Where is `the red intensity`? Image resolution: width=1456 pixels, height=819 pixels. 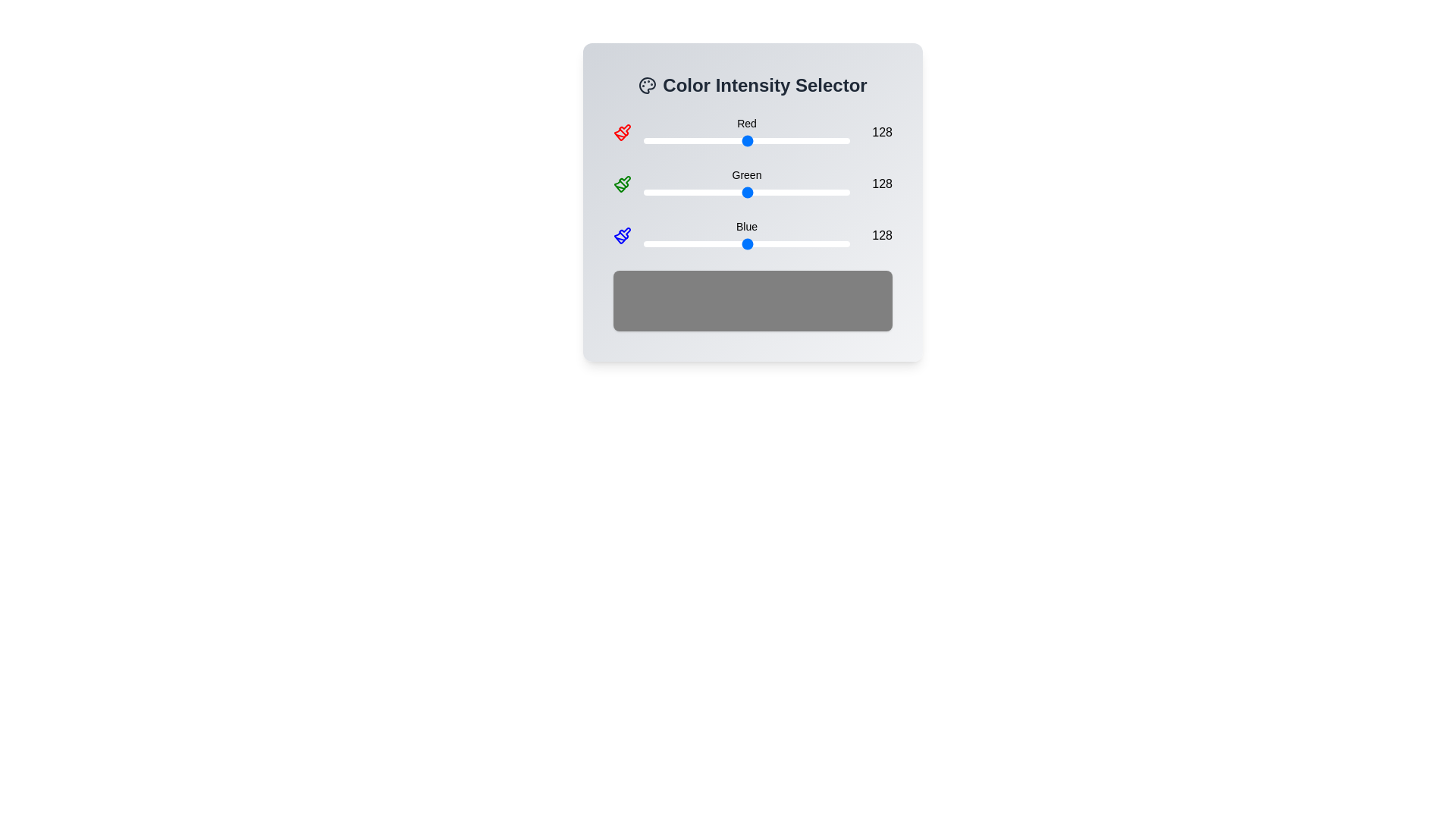
the red intensity is located at coordinates (846, 140).